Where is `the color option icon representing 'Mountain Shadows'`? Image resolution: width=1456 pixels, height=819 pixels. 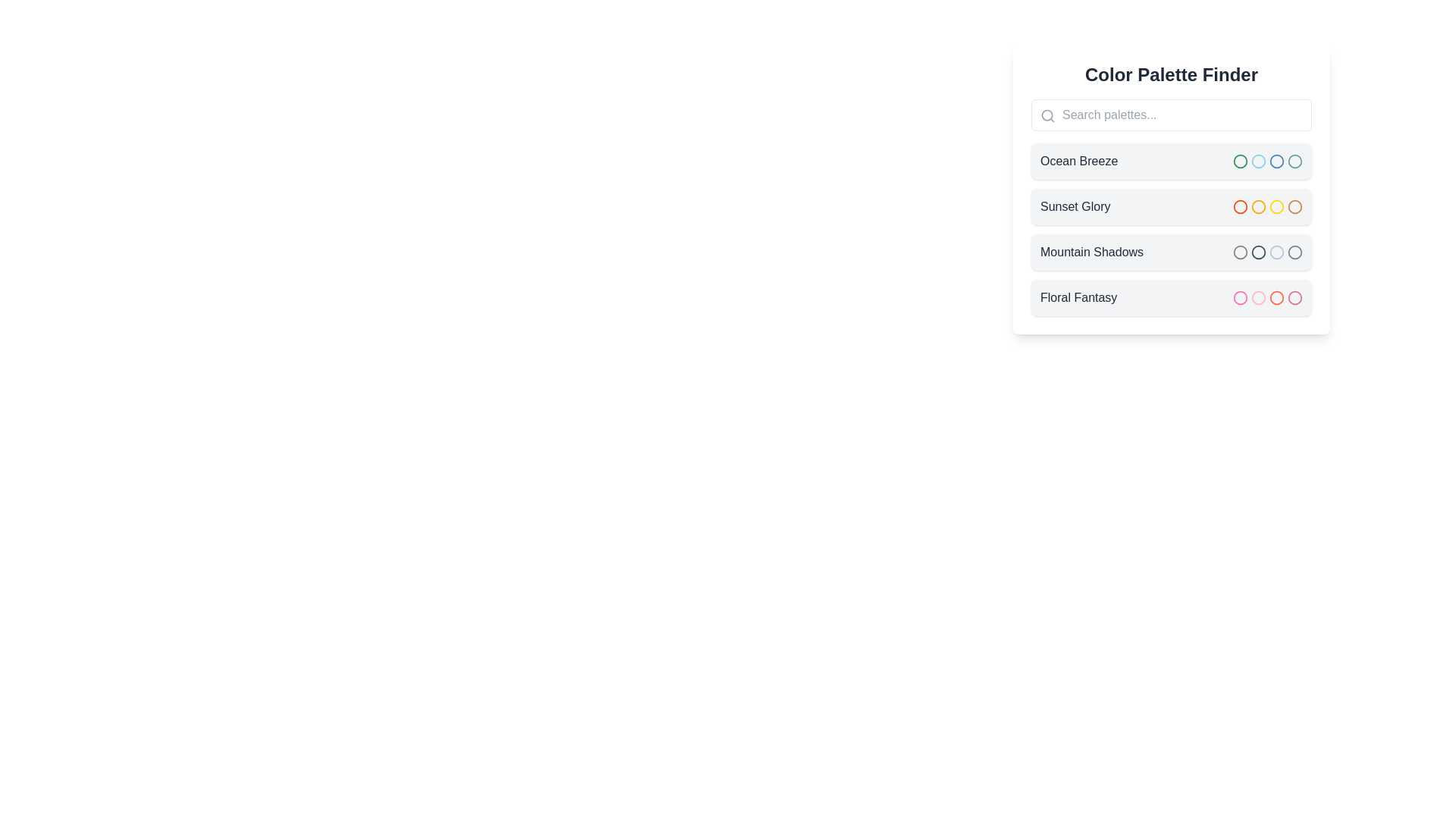
the color option icon representing 'Mountain Shadows' is located at coordinates (1276, 251).